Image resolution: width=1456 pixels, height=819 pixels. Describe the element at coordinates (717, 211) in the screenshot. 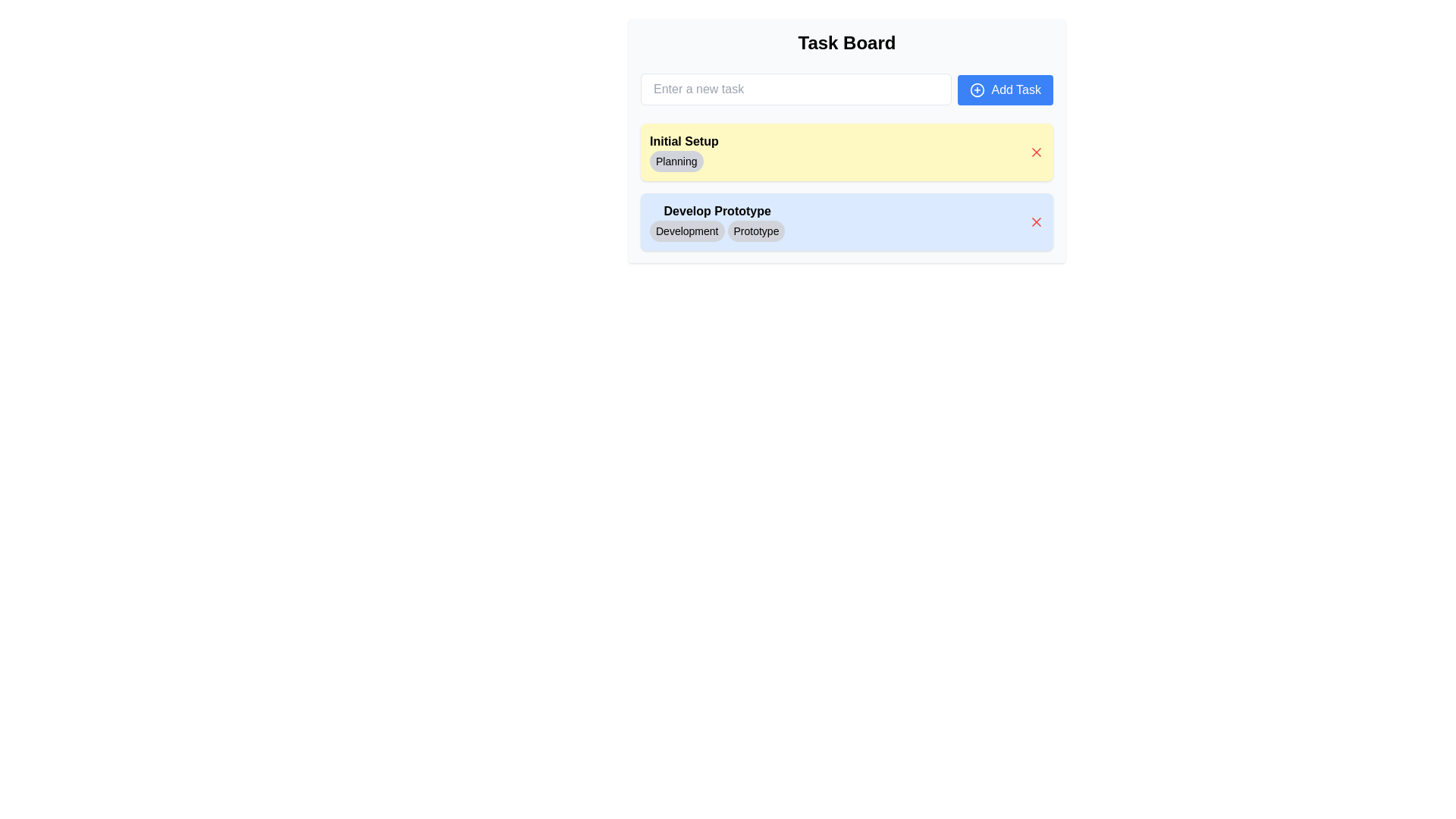

I see `text label indicating the main title 'Develop Prototype' located near the center of the task card in the second row of the task board interface` at that location.